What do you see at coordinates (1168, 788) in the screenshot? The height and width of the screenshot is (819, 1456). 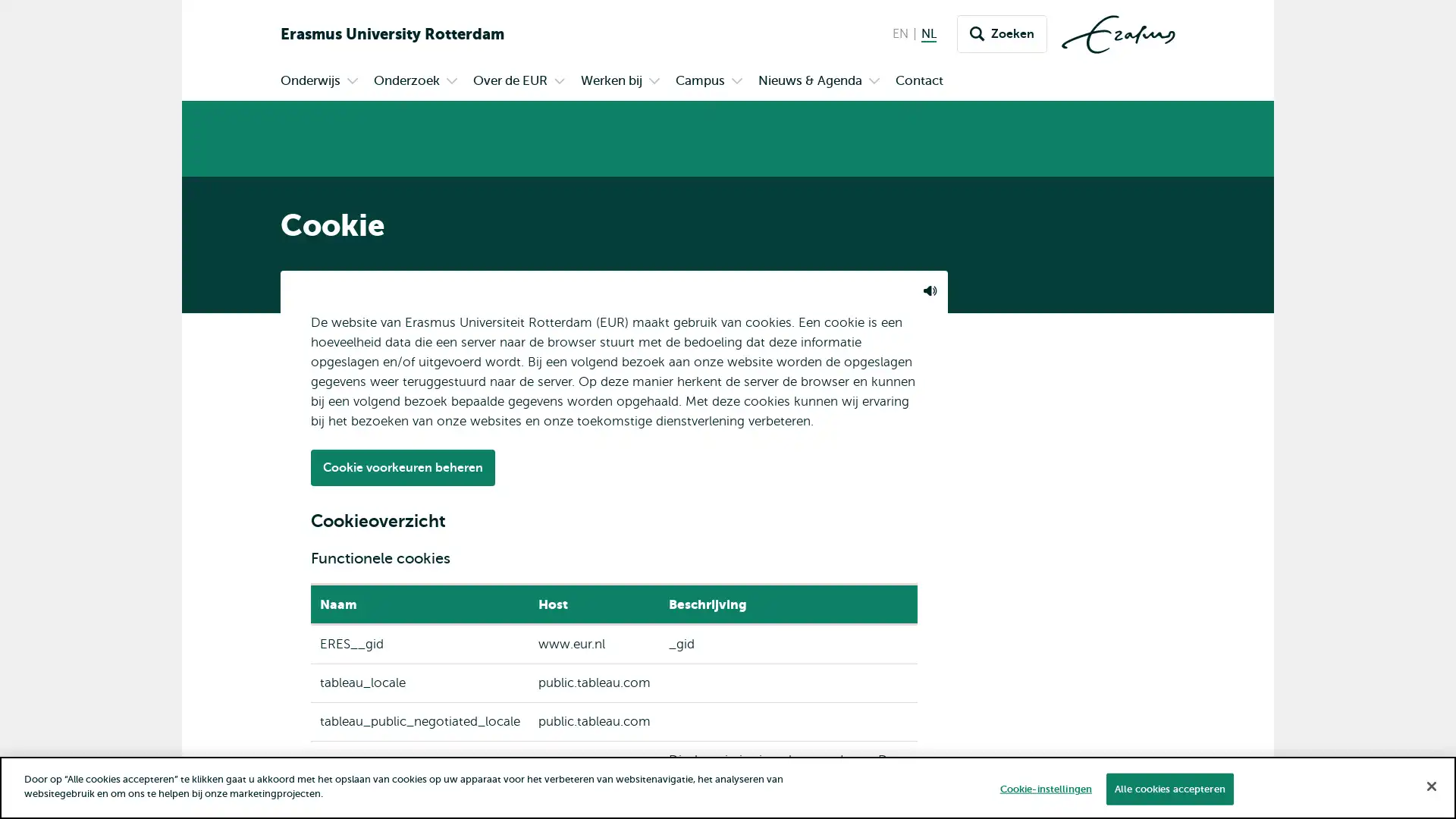 I see `Alle cookies accepteren` at bounding box center [1168, 788].